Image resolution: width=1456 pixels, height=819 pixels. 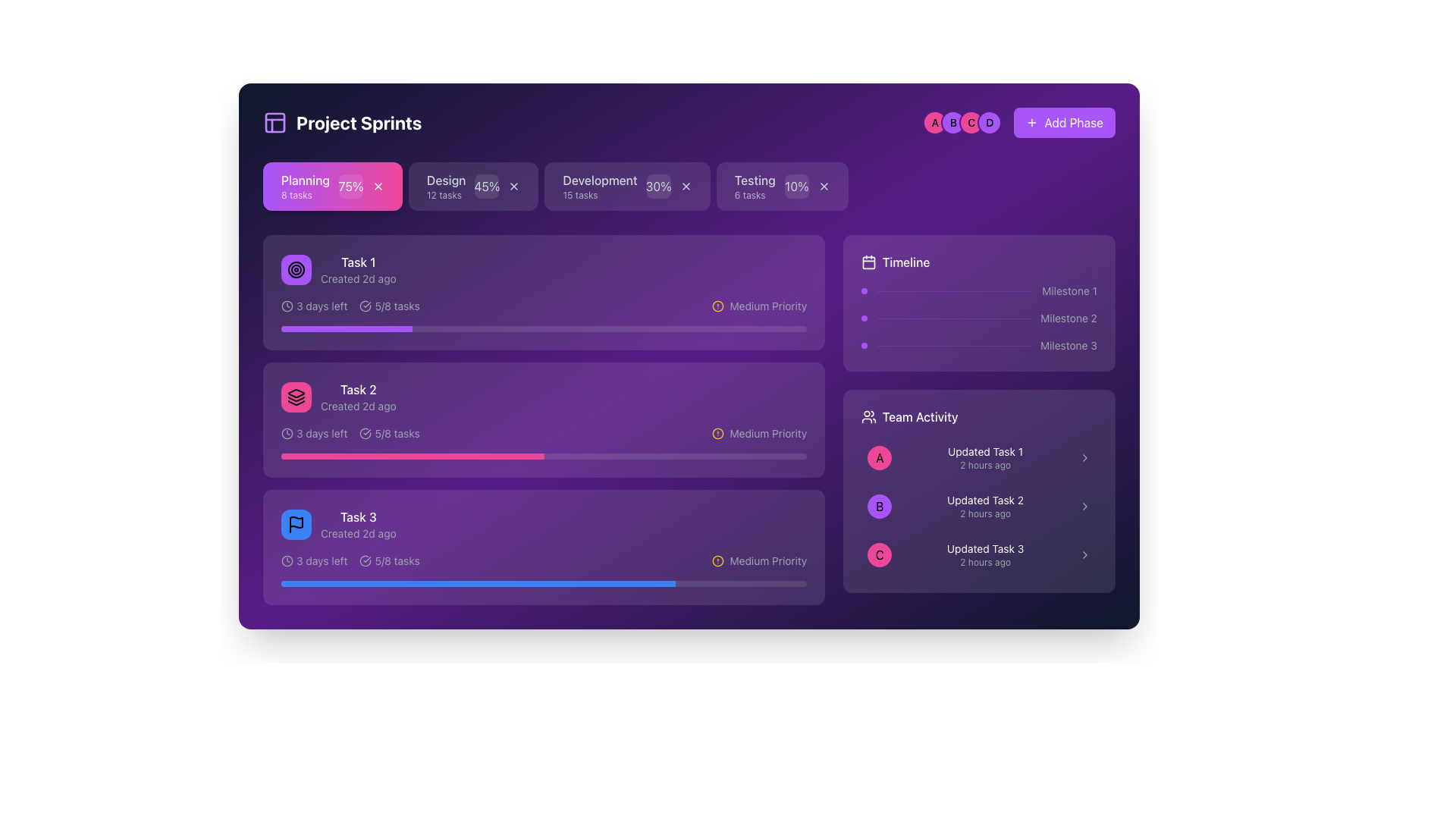 I want to click on the task display list item labeled 'Task 3' to understand the task's creation time, so click(x=337, y=523).